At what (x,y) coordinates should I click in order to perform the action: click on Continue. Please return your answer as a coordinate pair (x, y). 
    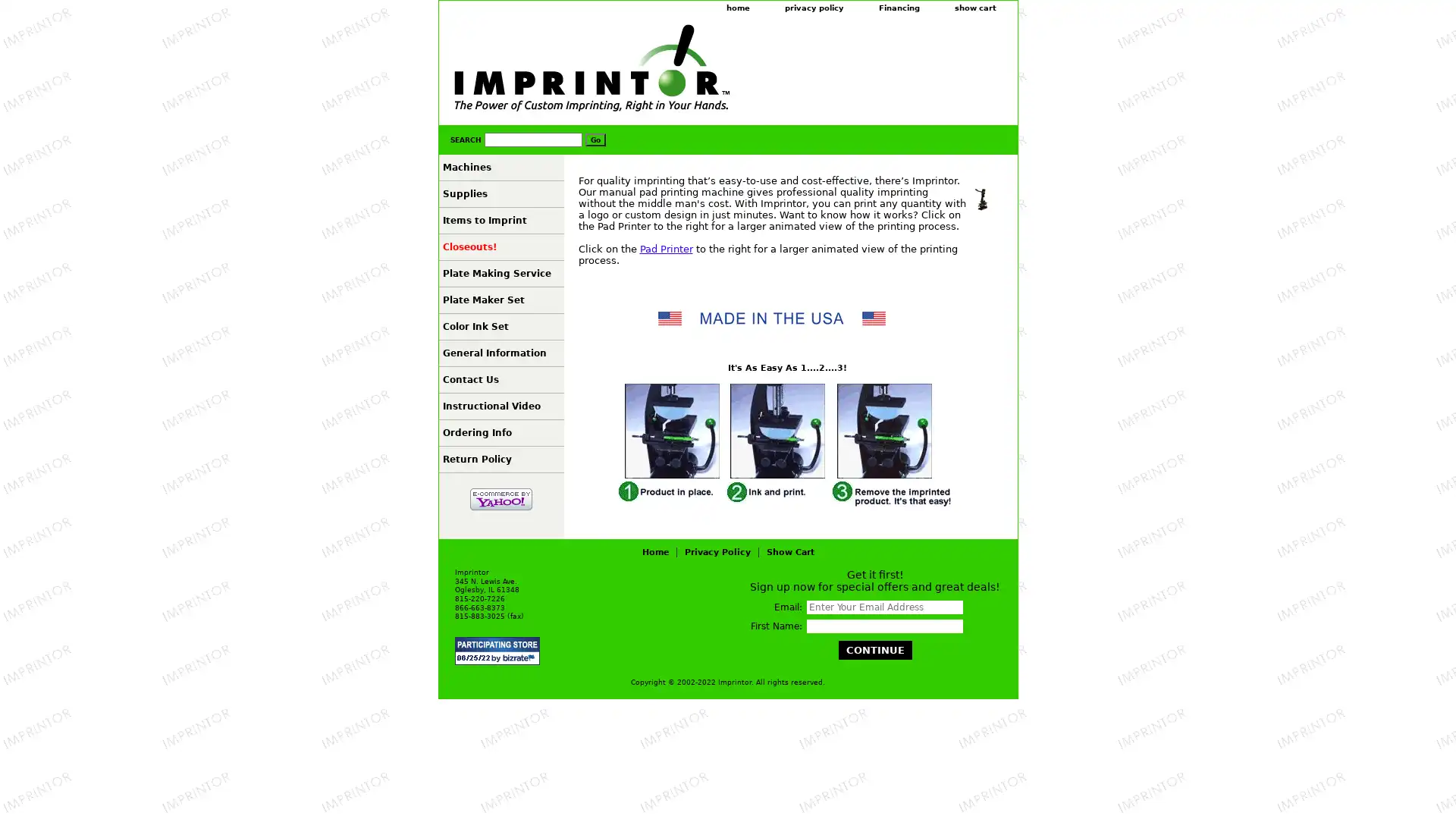
    Looking at the image, I should click on (874, 649).